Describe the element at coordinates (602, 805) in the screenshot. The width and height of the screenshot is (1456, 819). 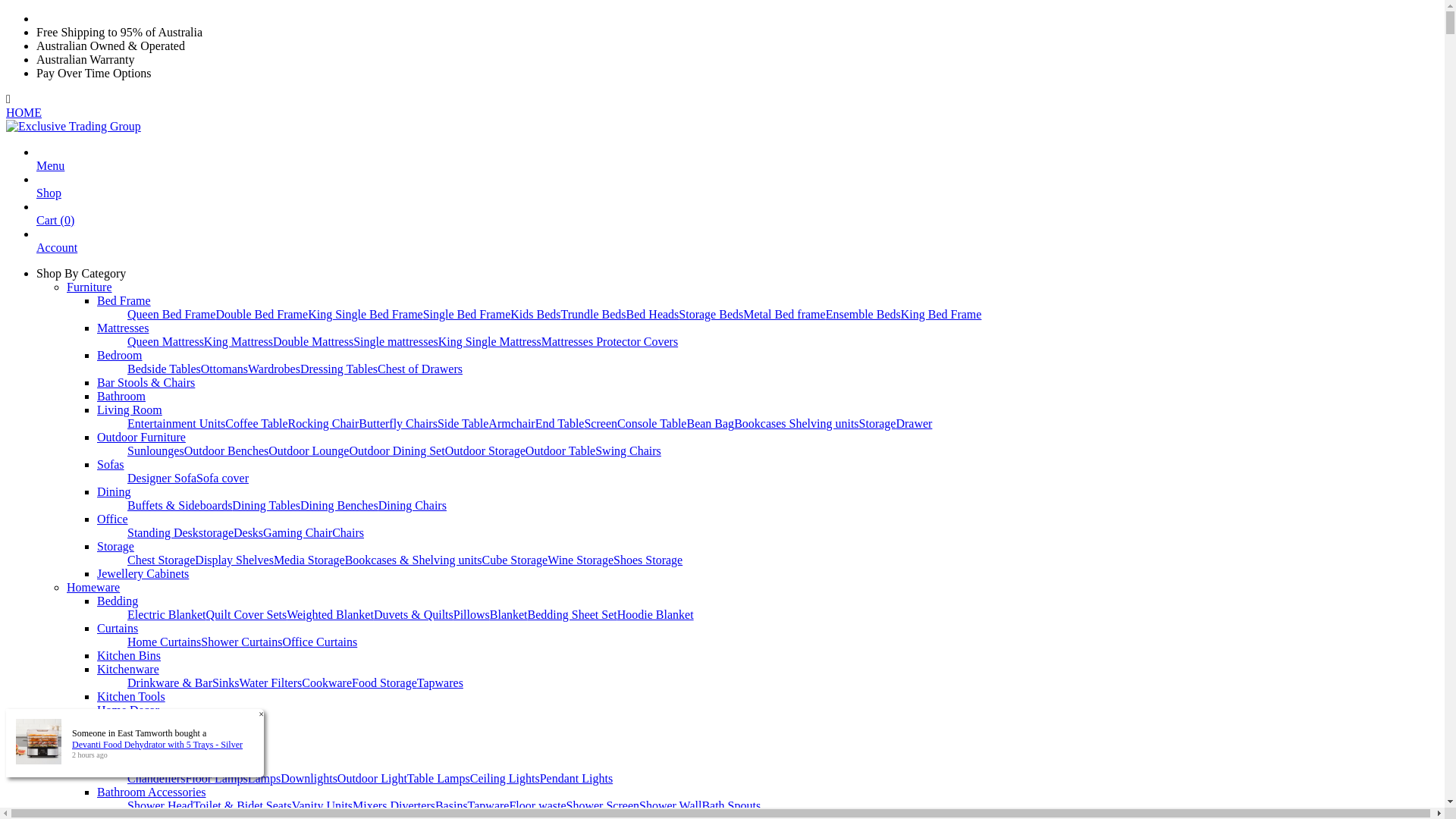
I see `'Shower Screen'` at that location.